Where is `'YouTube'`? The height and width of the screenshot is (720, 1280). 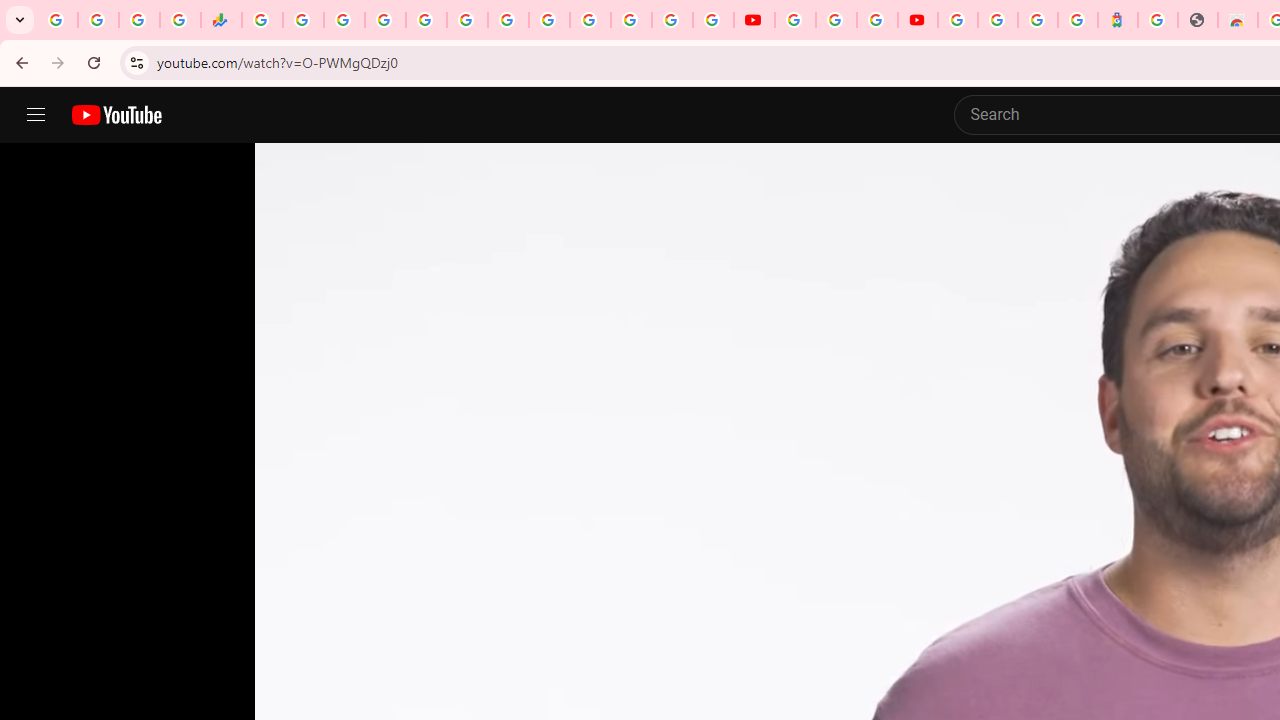 'YouTube' is located at coordinates (794, 20).